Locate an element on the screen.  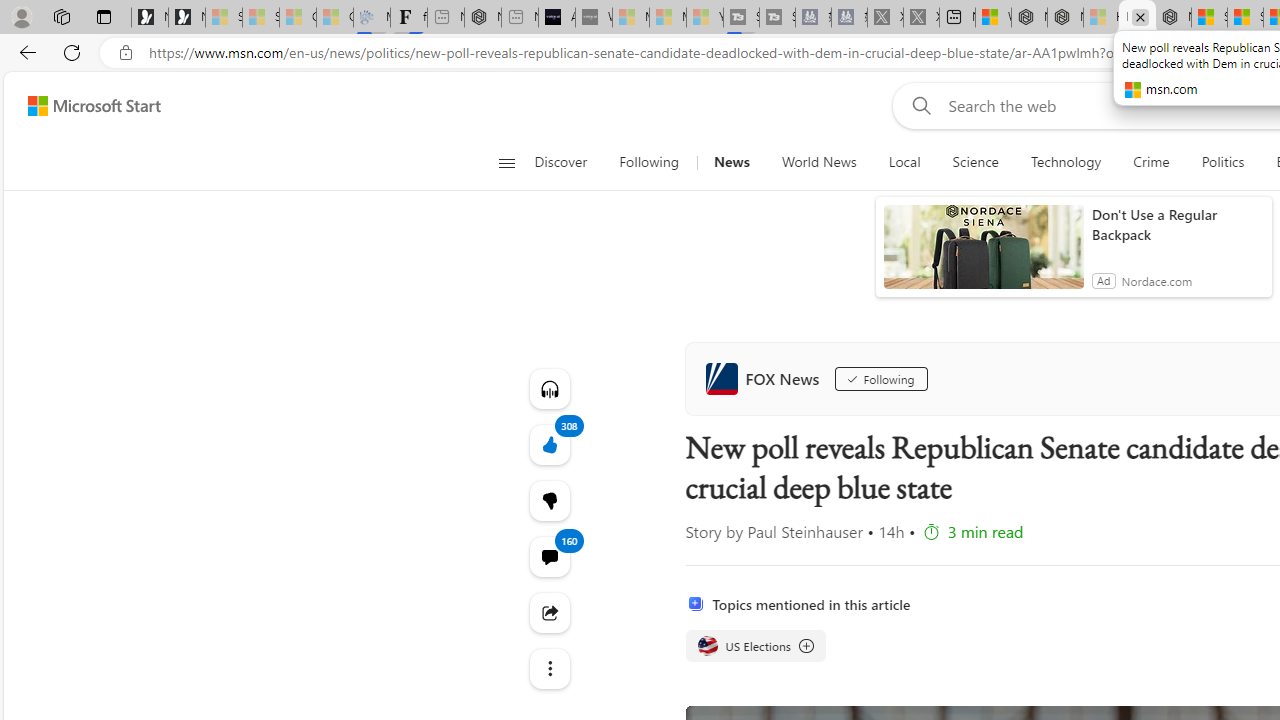
'Listen to this article' is located at coordinates (549, 388).